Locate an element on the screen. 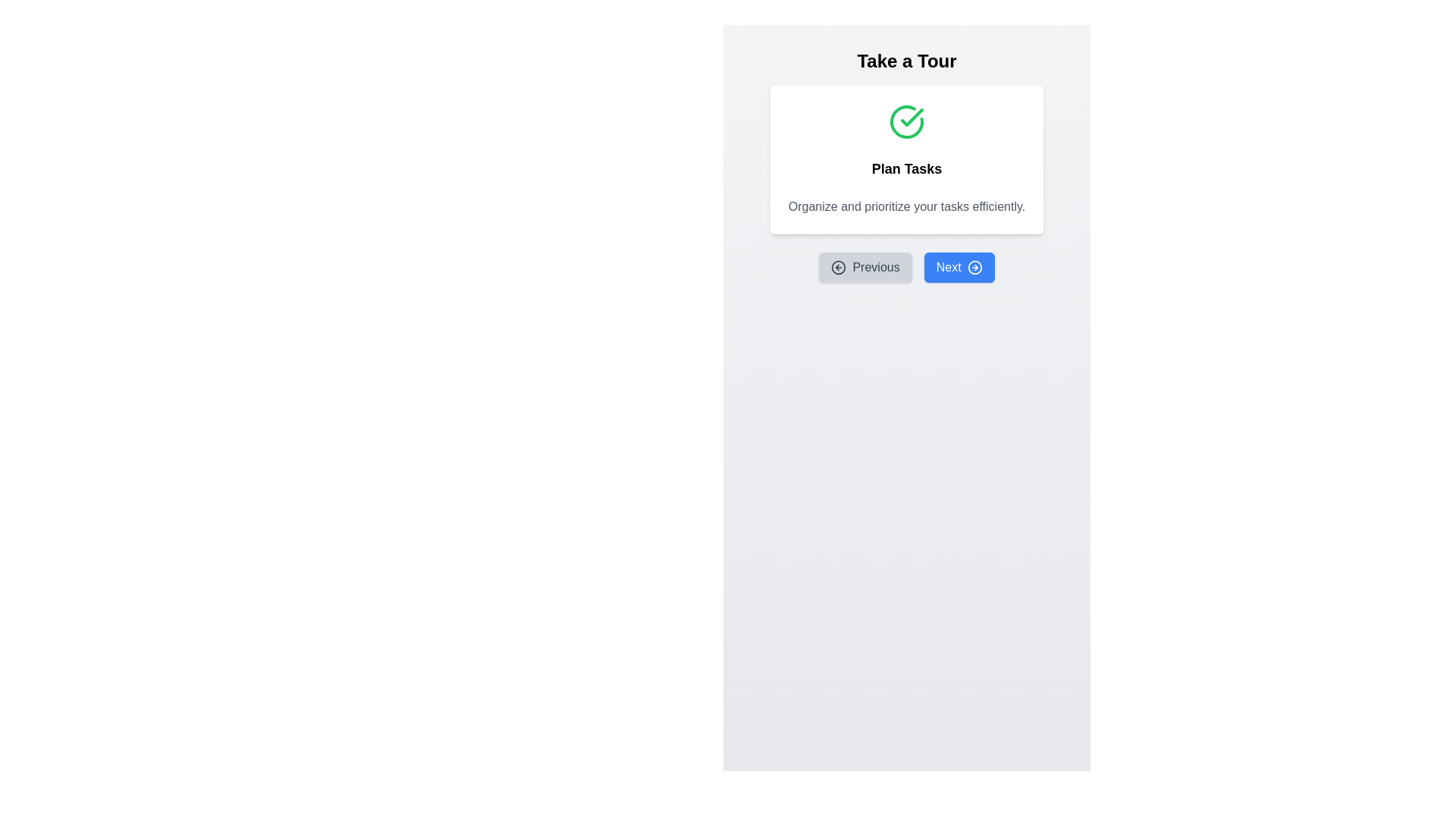 The height and width of the screenshot is (819, 1456). the outer circular part of the right arrow icon within the blue 'Next' button is located at coordinates (974, 267).